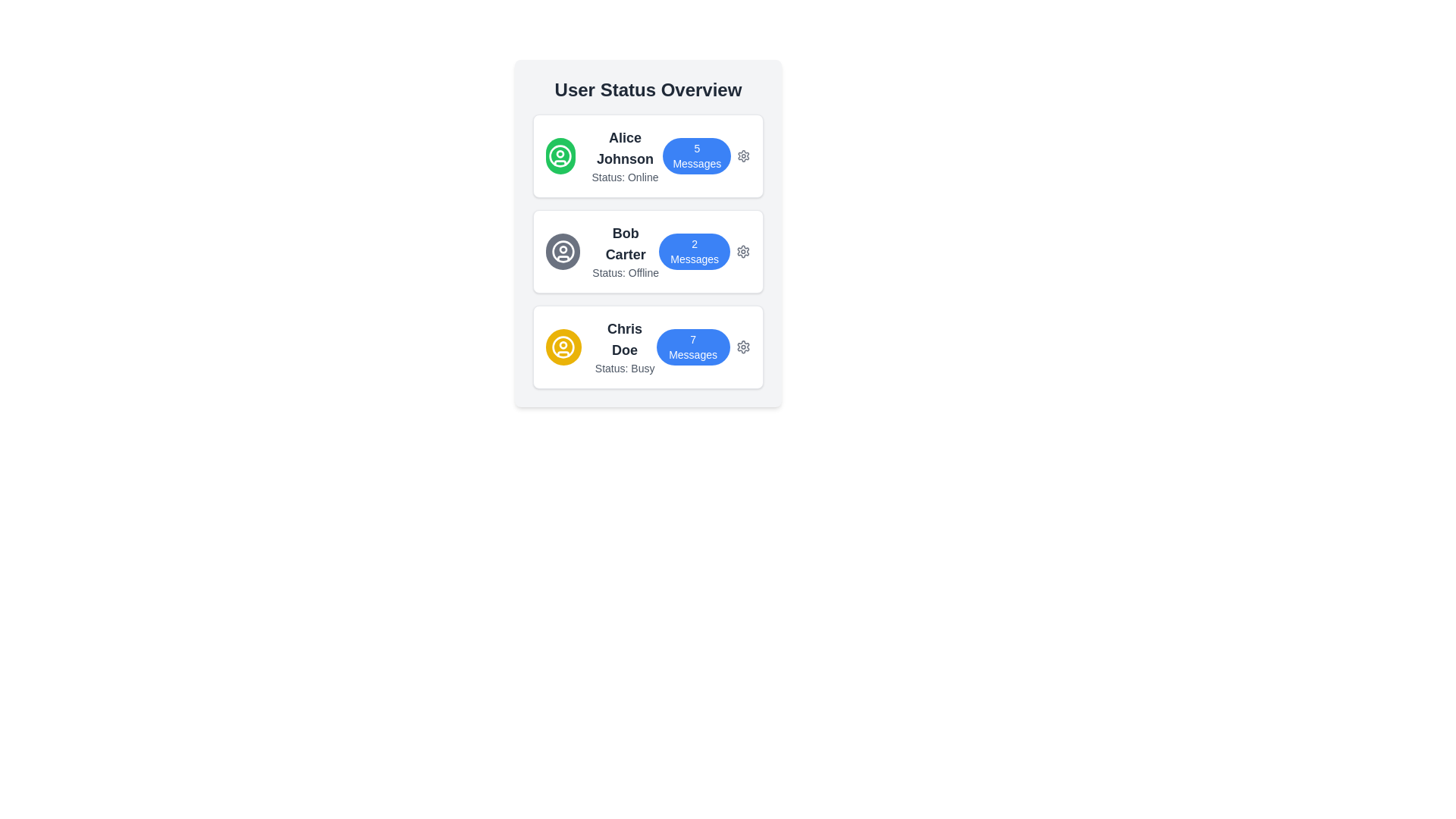 The width and height of the screenshot is (1456, 819). I want to click on the user icon representing 'Bob Carter', which is a circular icon with a person inside, located in the second position of a vertically stacked list, so click(562, 250).